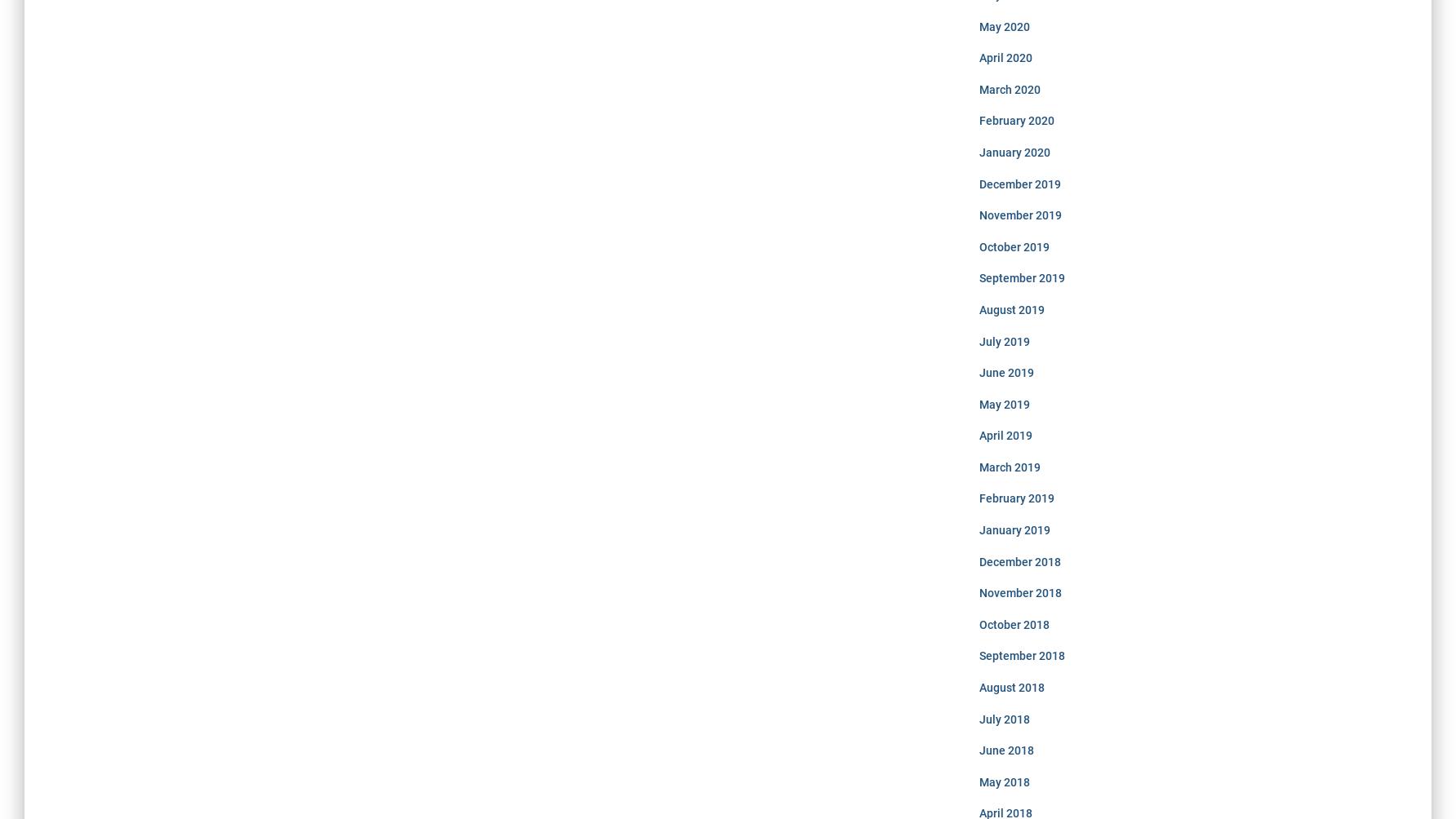 The height and width of the screenshot is (819, 1456). What do you see at coordinates (1003, 26) in the screenshot?
I see `'May 2020'` at bounding box center [1003, 26].